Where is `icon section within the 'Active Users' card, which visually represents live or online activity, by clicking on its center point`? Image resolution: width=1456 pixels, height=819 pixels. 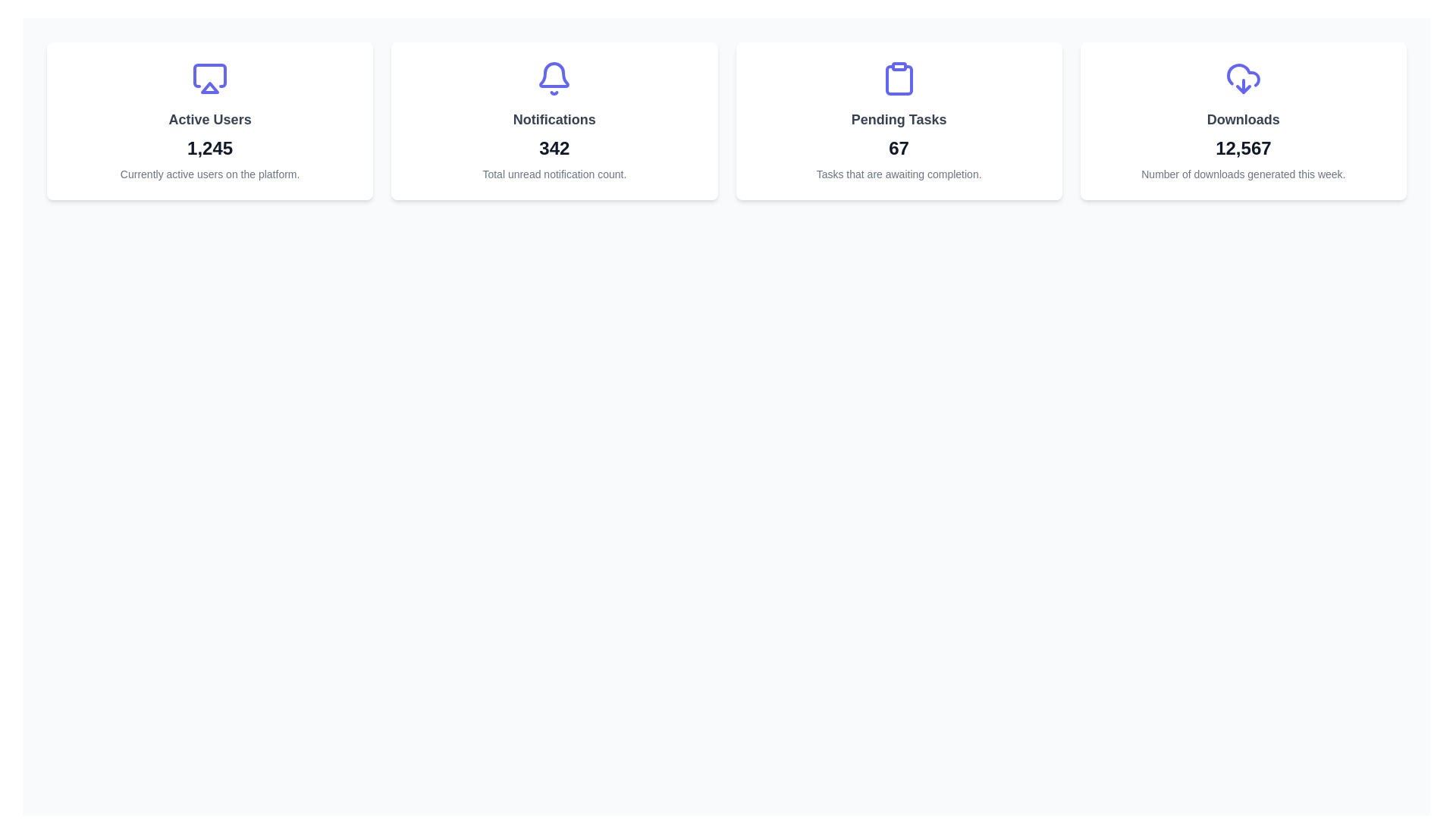 icon section within the 'Active Users' card, which visually represents live or online activity, by clicking on its center point is located at coordinates (209, 76).